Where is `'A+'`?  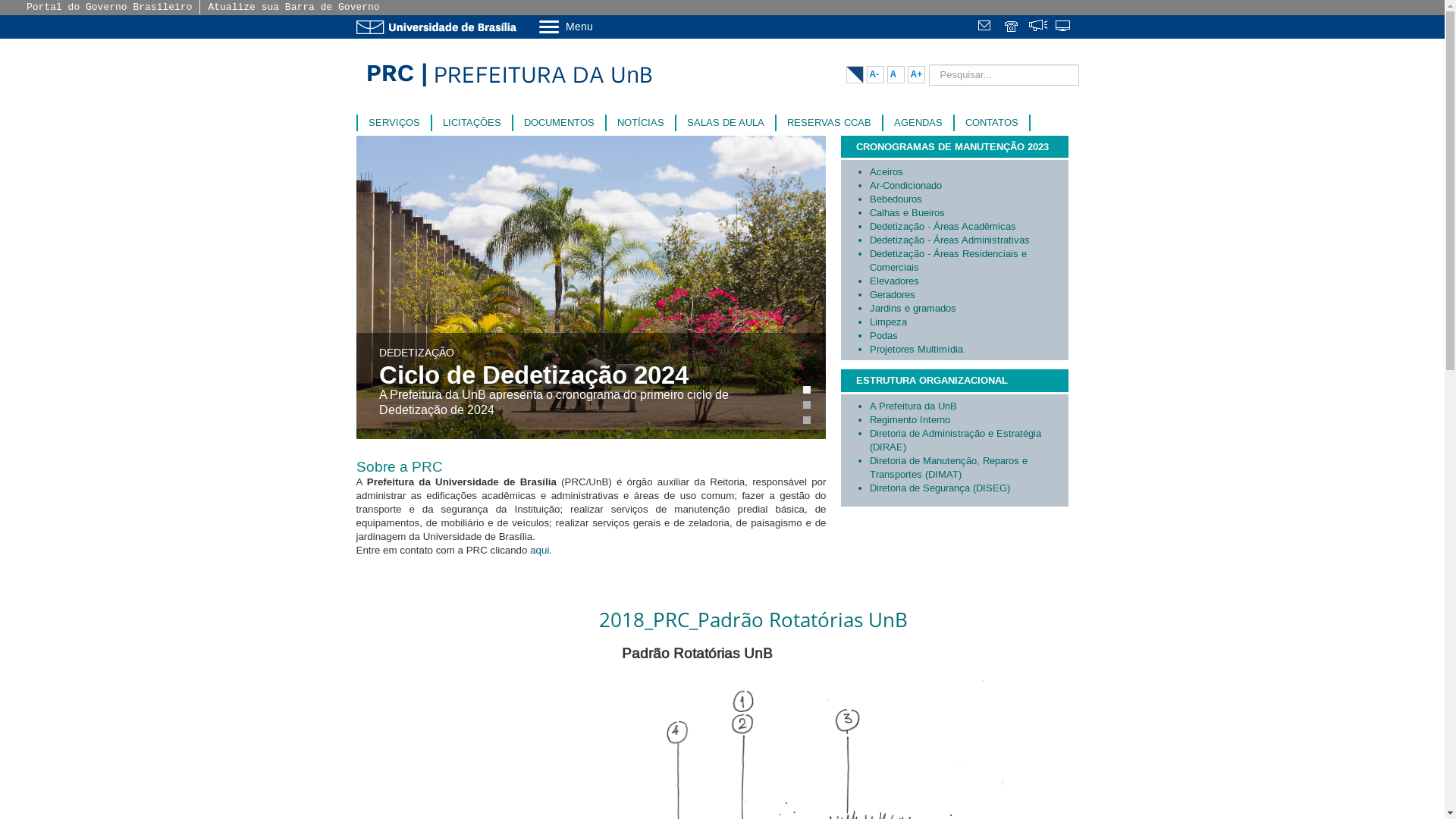 'A+' is located at coordinates (915, 74).